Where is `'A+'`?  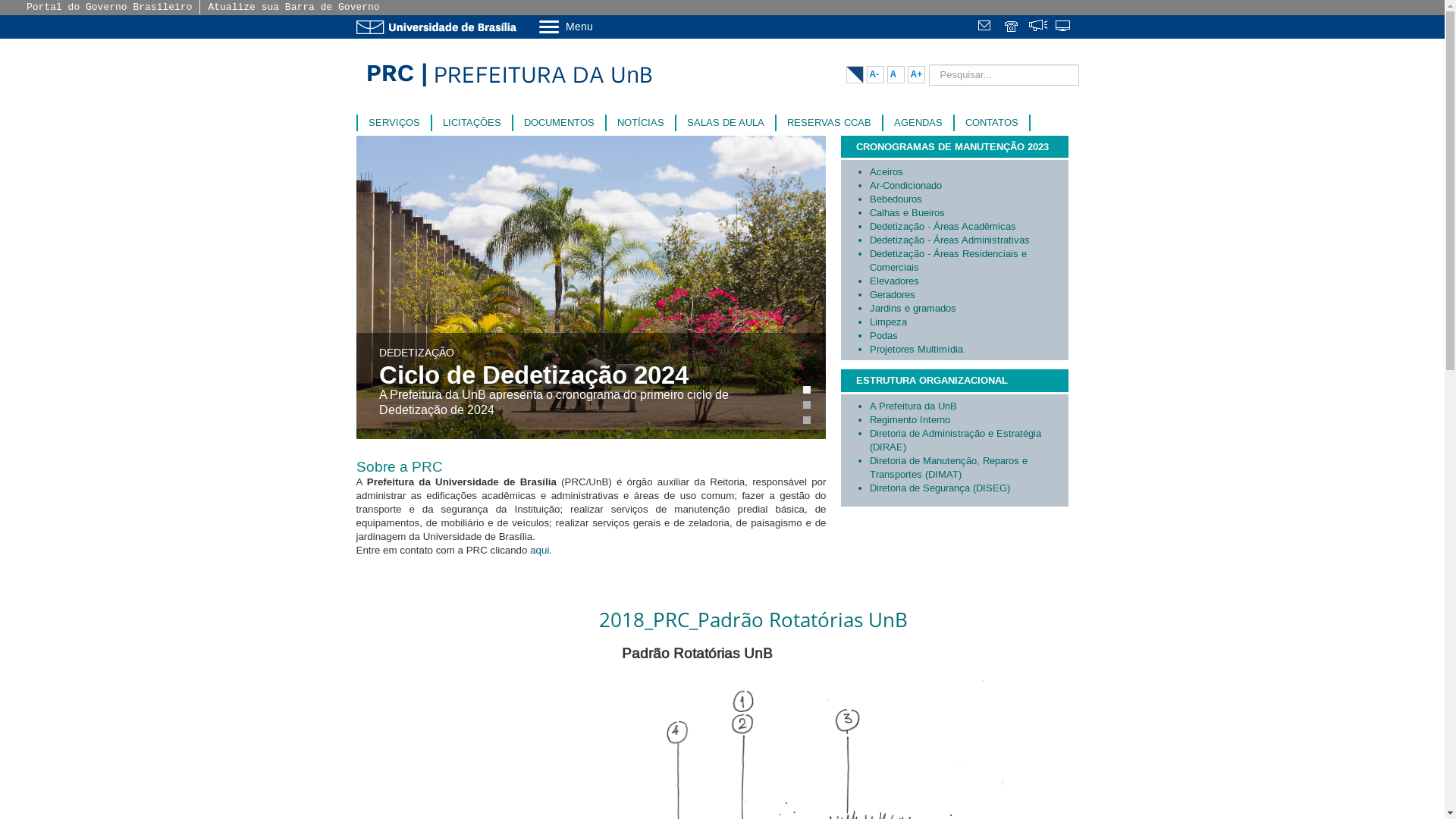 'A+' is located at coordinates (915, 74).